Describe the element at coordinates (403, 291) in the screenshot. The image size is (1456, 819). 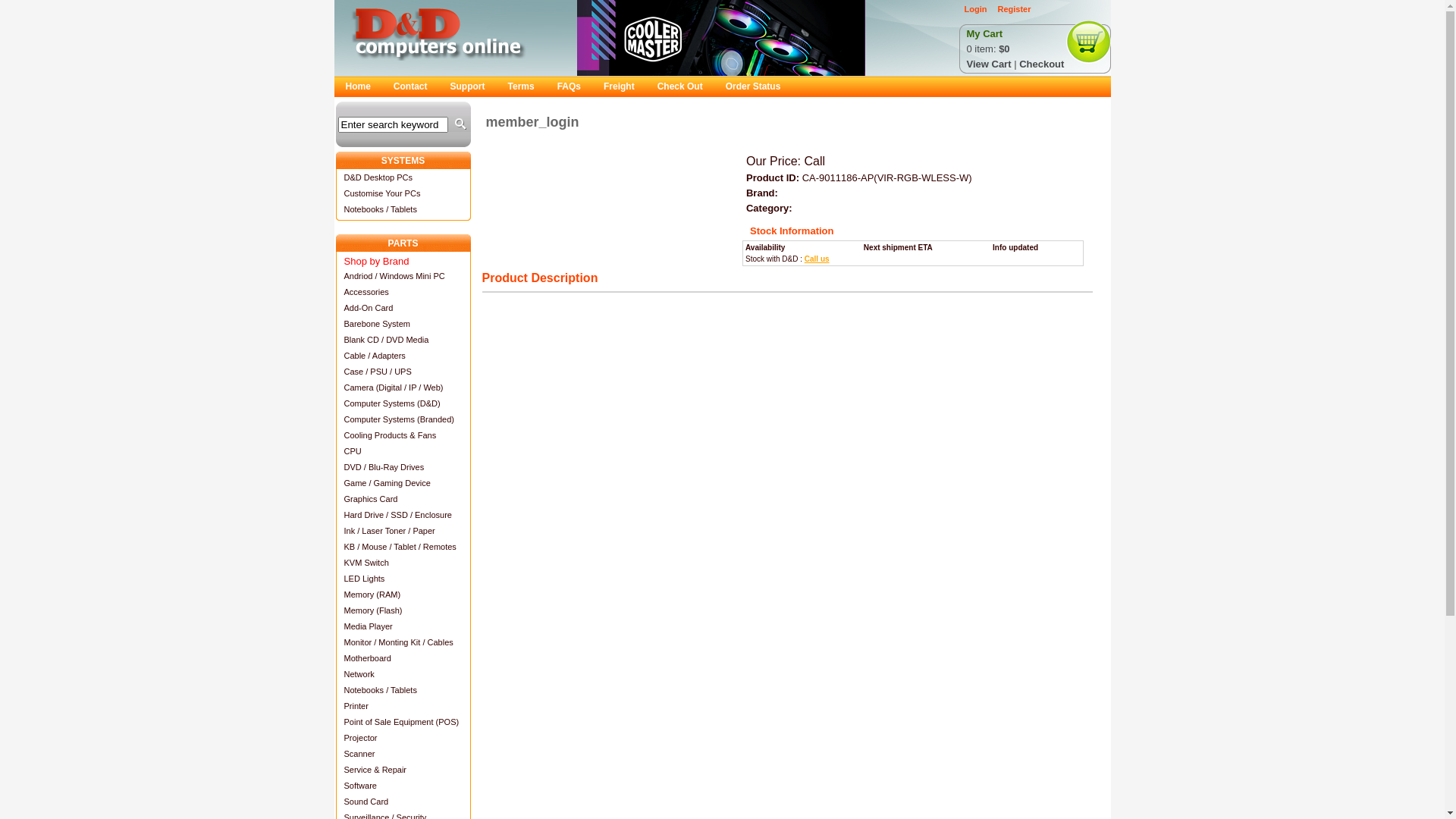
I see `'Accessories'` at that location.